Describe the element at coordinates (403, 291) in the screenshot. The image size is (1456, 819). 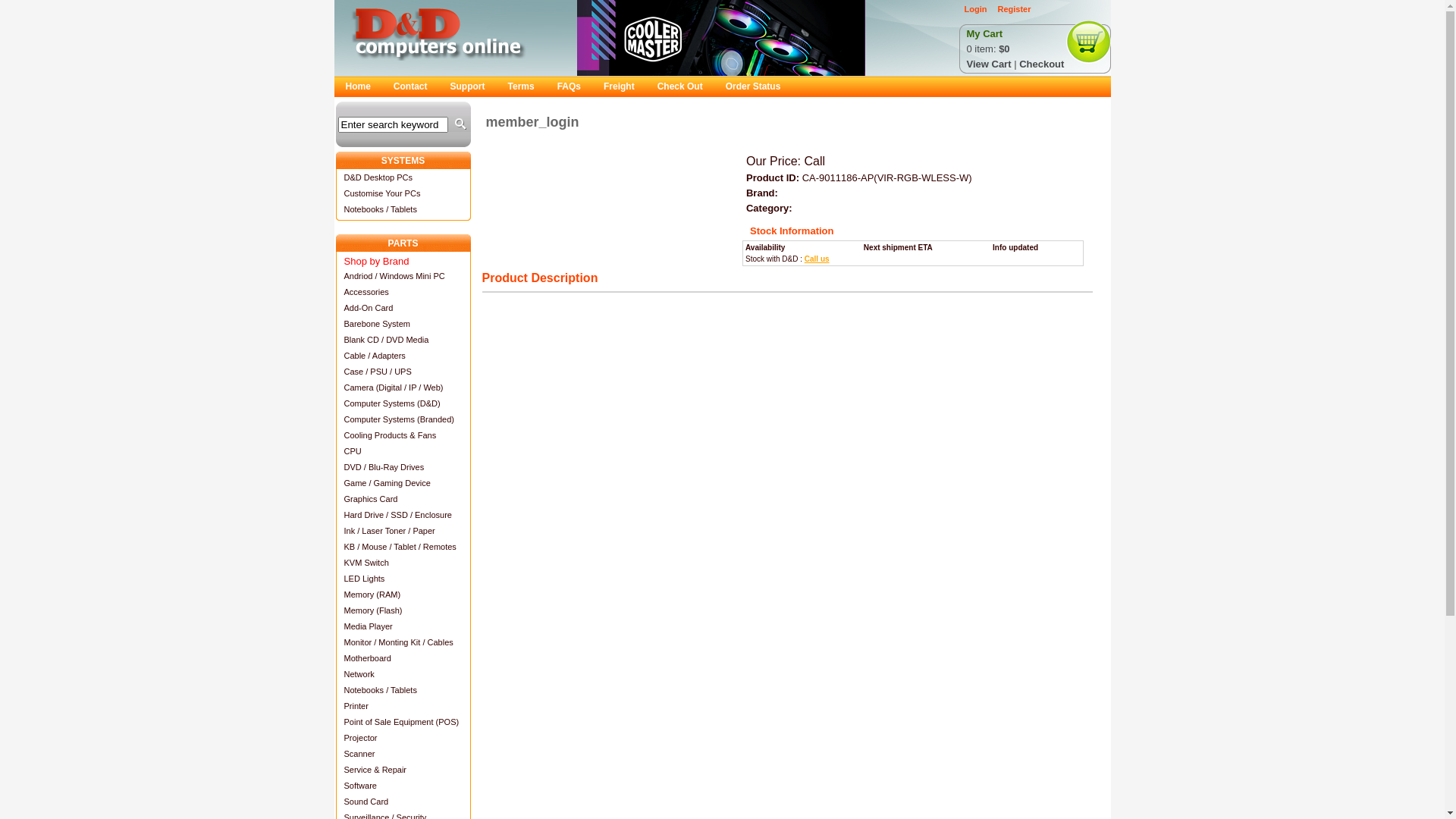
I see `'Accessories'` at that location.